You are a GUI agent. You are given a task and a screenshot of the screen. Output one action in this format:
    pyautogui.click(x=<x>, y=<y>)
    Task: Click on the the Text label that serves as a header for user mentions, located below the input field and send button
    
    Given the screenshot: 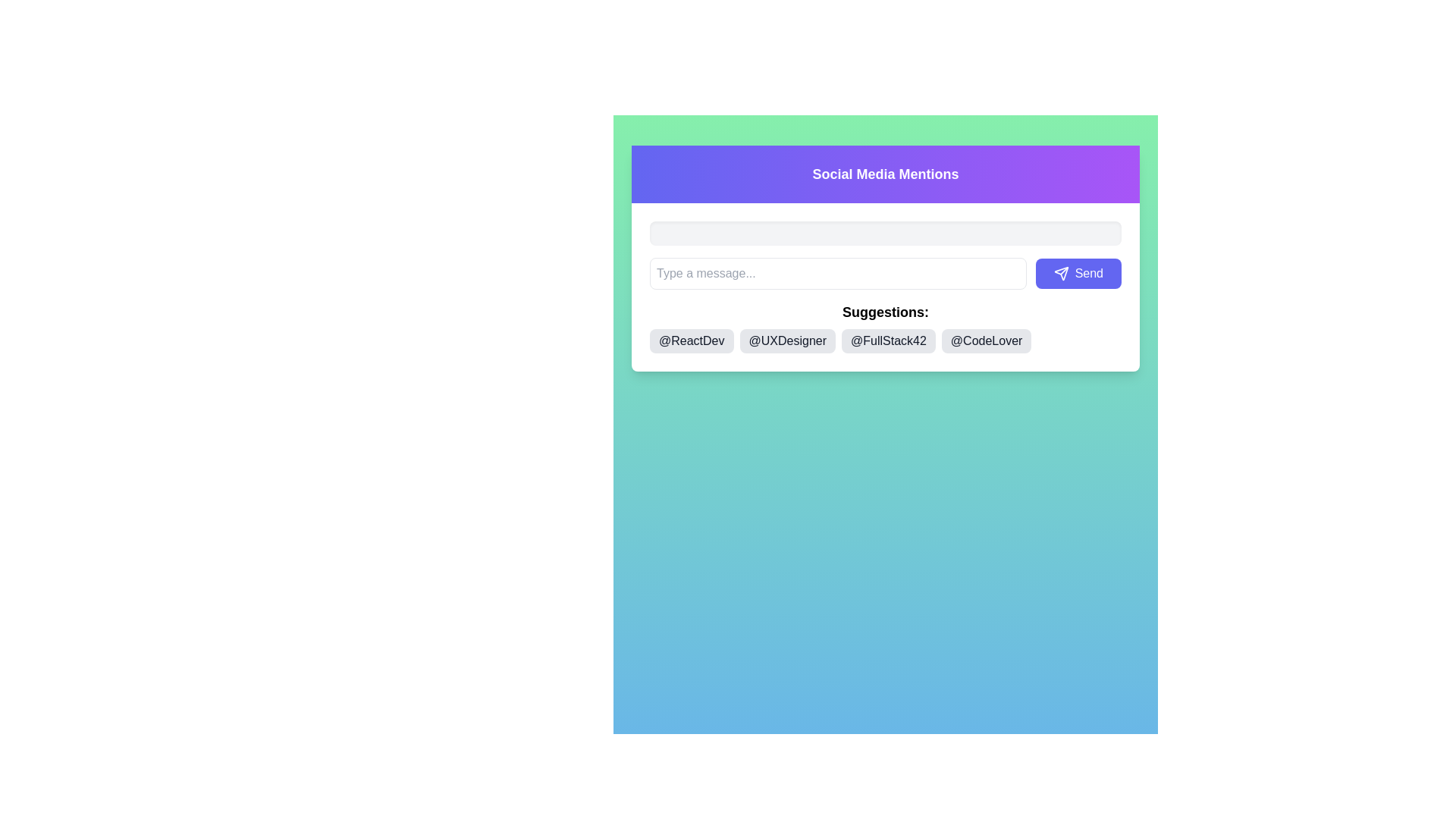 What is the action you would take?
    pyautogui.click(x=885, y=312)
    